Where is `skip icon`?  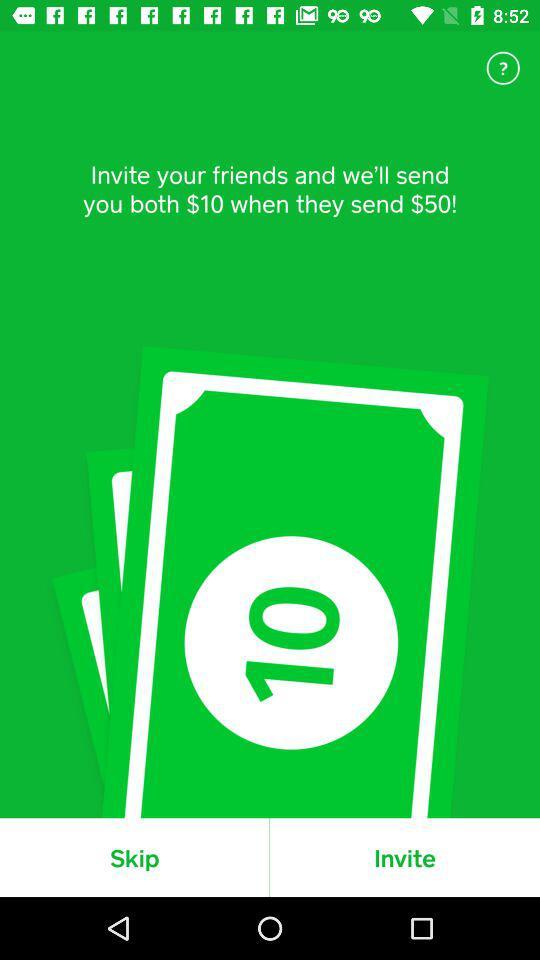 skip icon is located at coordinates (134, 856).